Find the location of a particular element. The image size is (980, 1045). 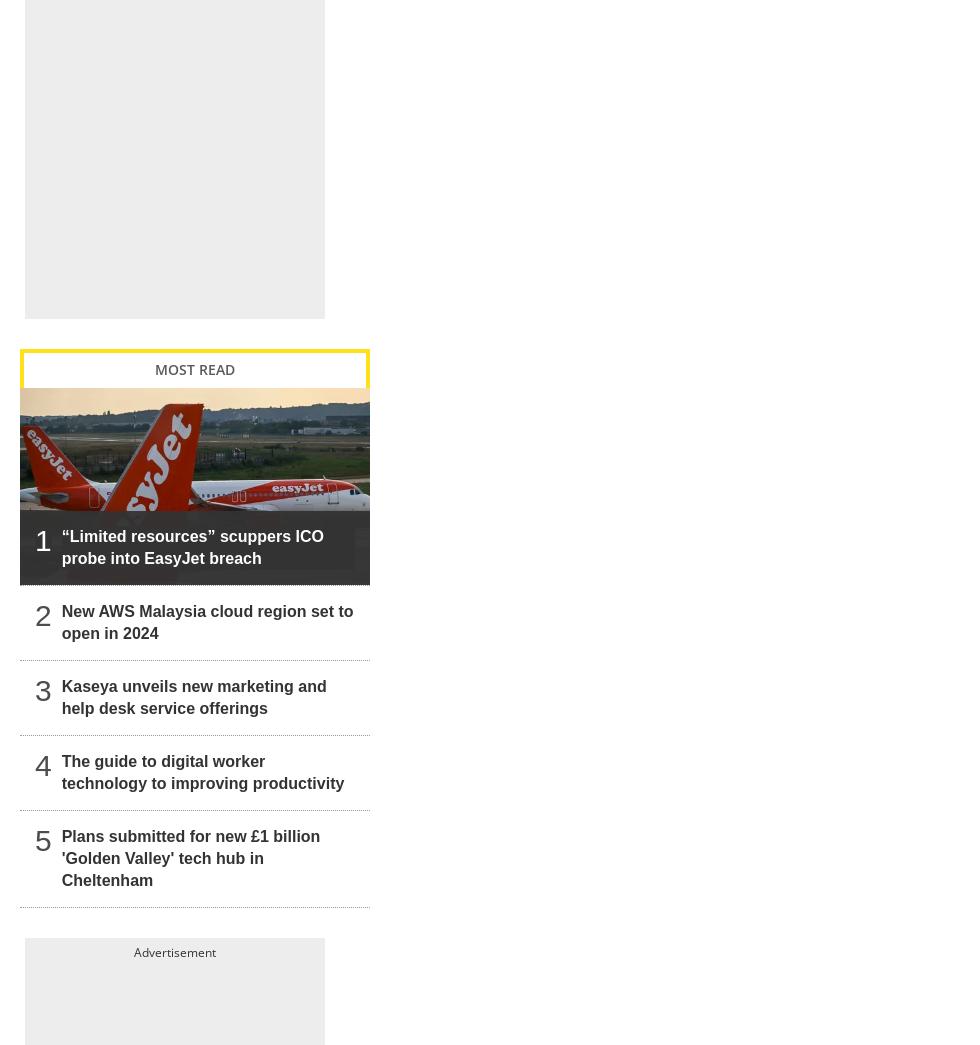

'The guide to digital worker technology to improving productivity' is located at coordinates (202, 750).